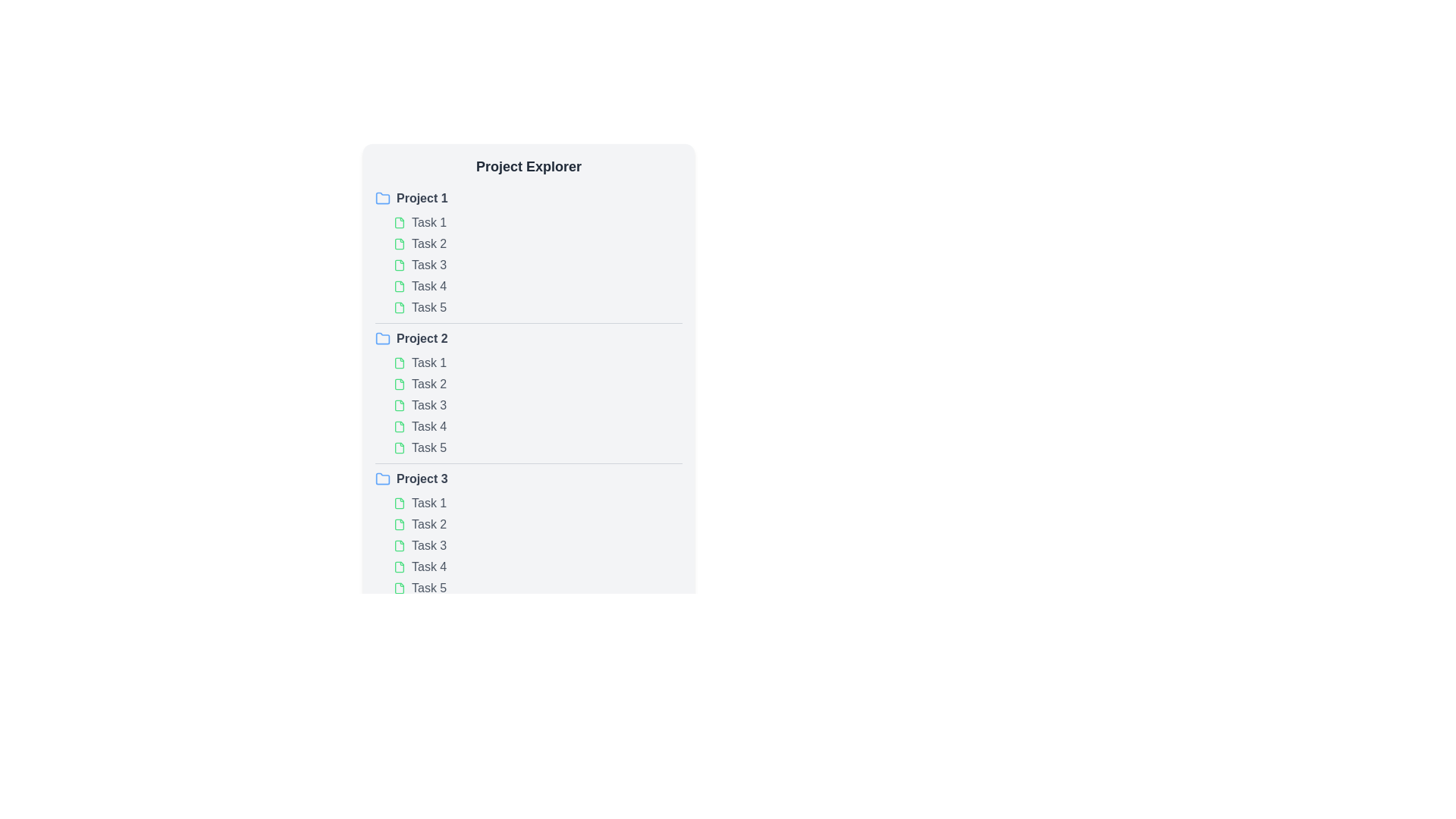  What do you see at coordinates (428, 447) in the screenshot?
I see `the text label representing 'Task 5'` at bounding box center [428, 447].